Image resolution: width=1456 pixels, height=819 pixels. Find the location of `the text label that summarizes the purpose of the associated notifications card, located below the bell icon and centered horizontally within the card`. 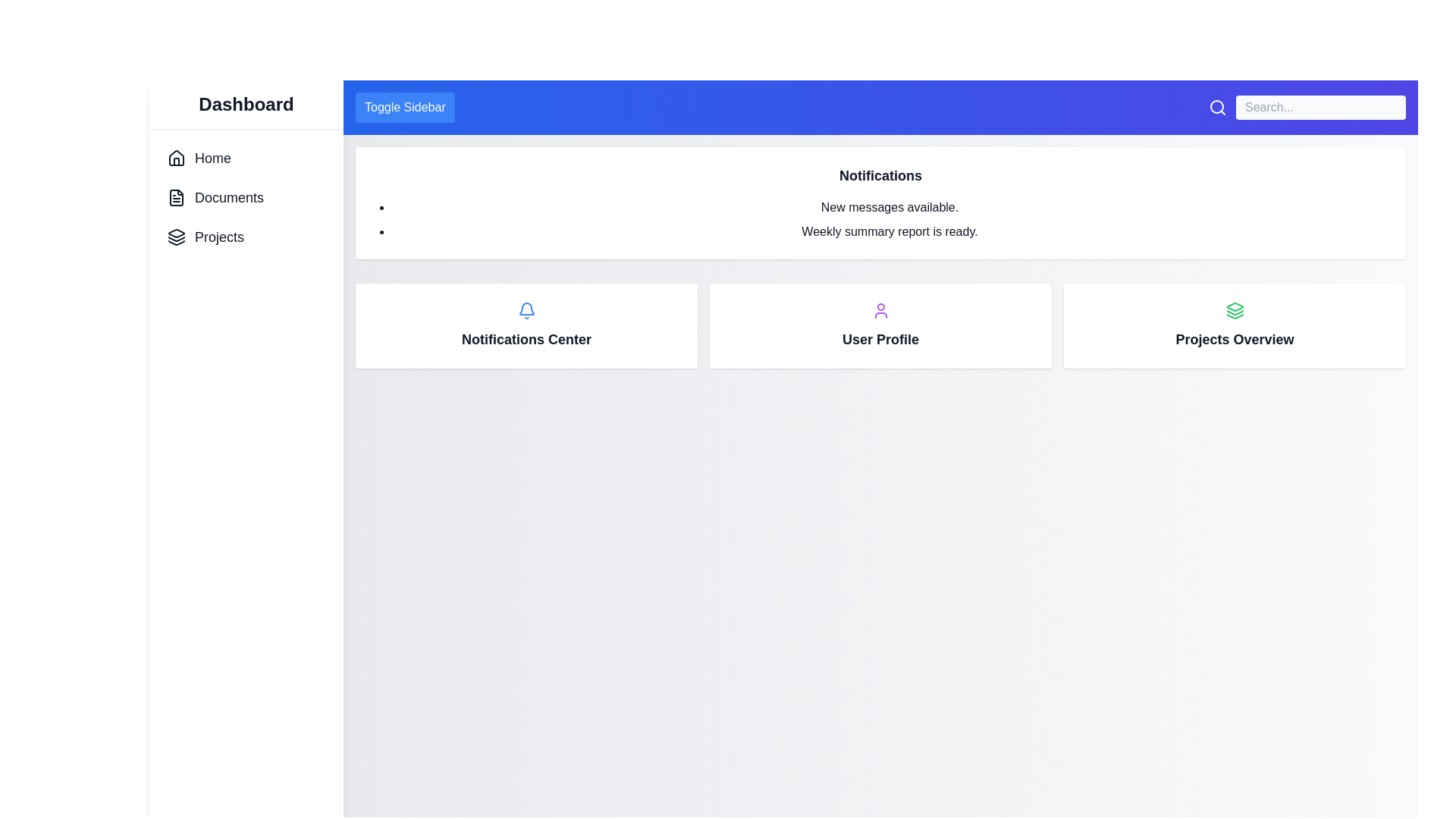

the text label that summarizes the purpose of the associated notifications card, located below the bell icon and centered horizontally within the card is located at coordinates (526, 338).